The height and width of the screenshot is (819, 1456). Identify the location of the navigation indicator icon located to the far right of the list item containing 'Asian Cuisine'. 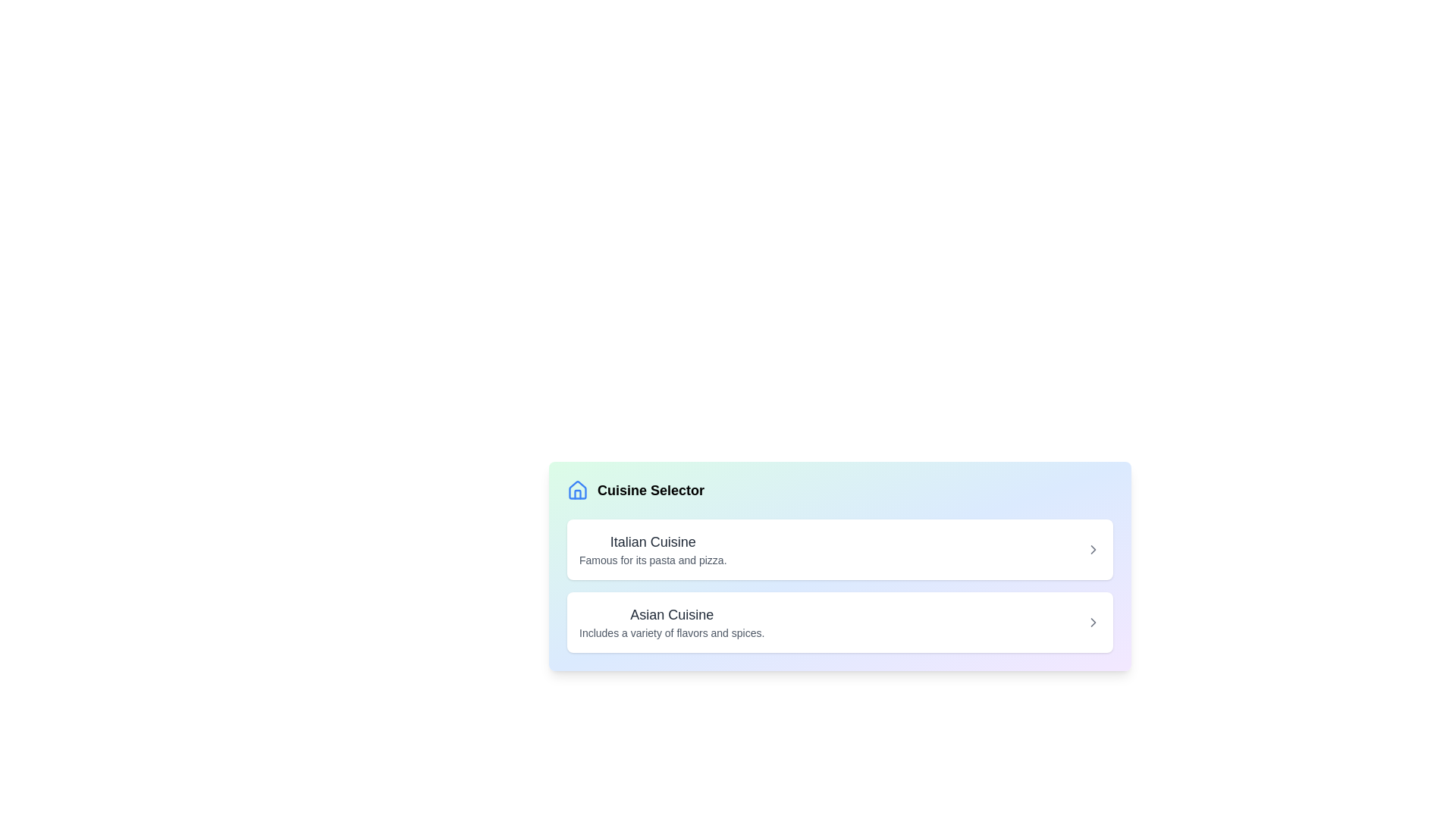
(1093, 623).